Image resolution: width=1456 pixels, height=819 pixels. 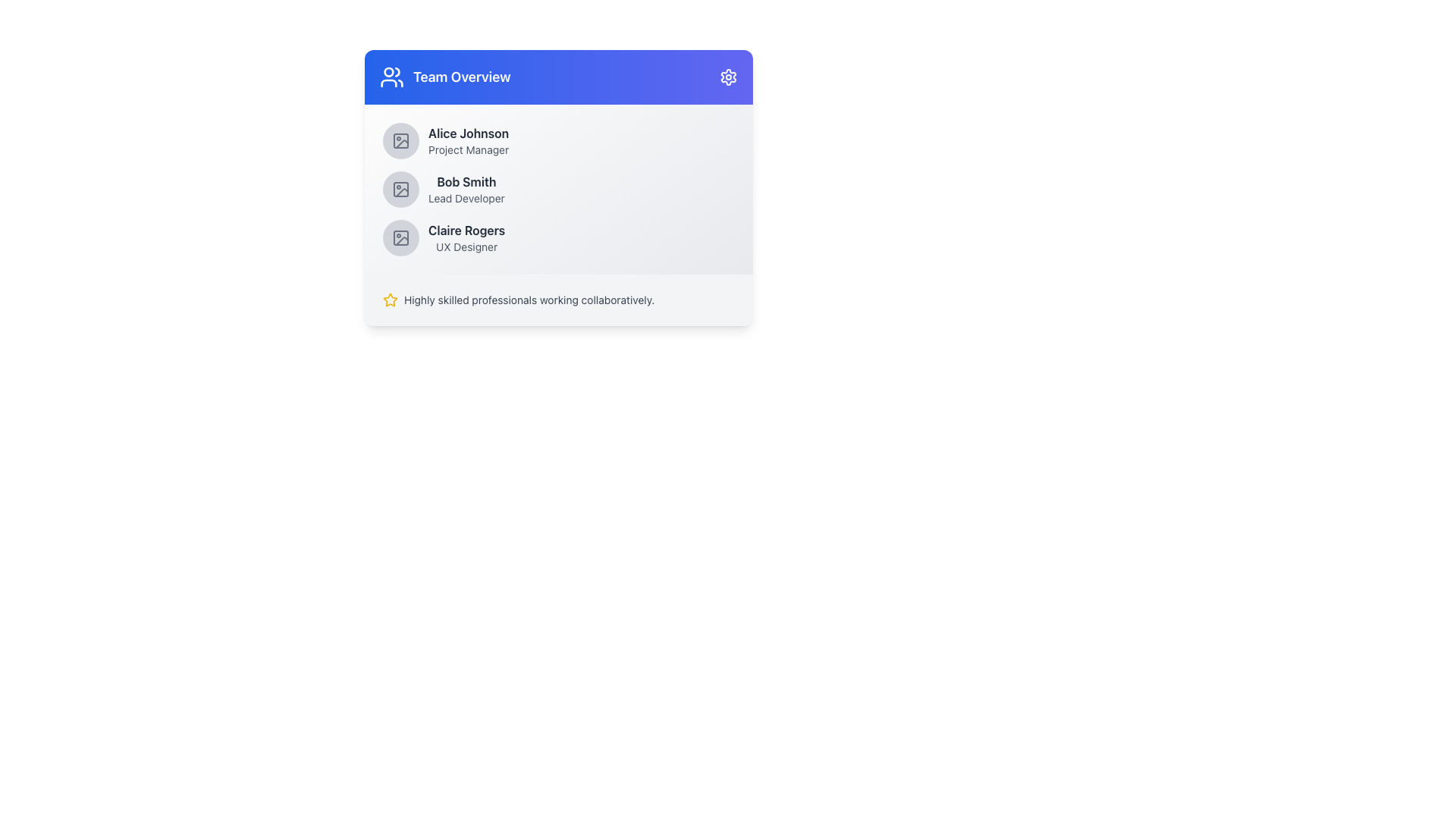 What do you see at coordinates (468, 133) in the screenshot?
I see `the text label that reads 'Alice Johnson', which is the first entry in the list under 'Team Overview'` at bounding box center [468, 133].